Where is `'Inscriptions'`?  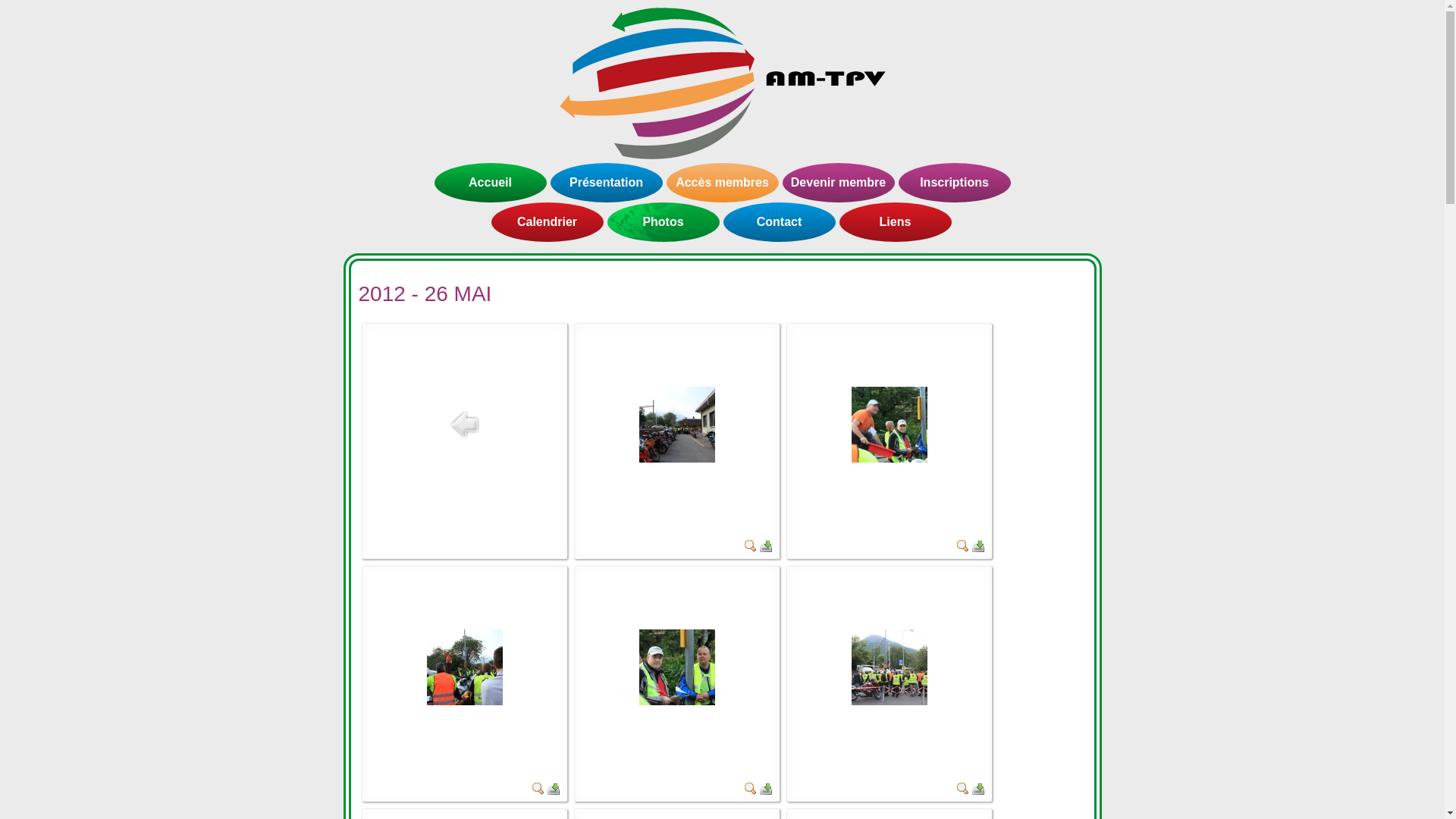 'Inscriptions' is located at coordinates (952, 181).